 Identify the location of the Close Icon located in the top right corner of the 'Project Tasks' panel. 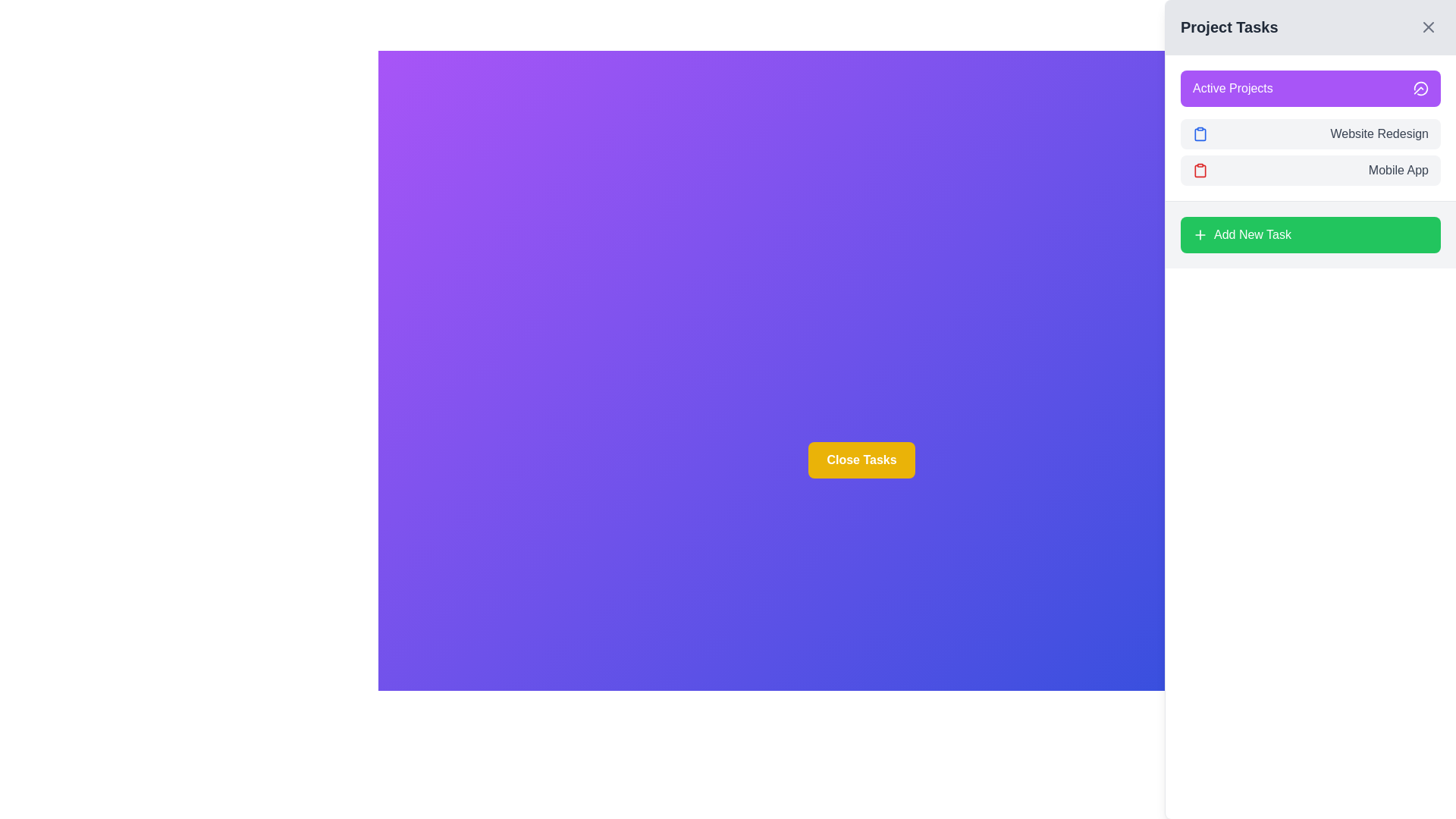
(1427, 27).